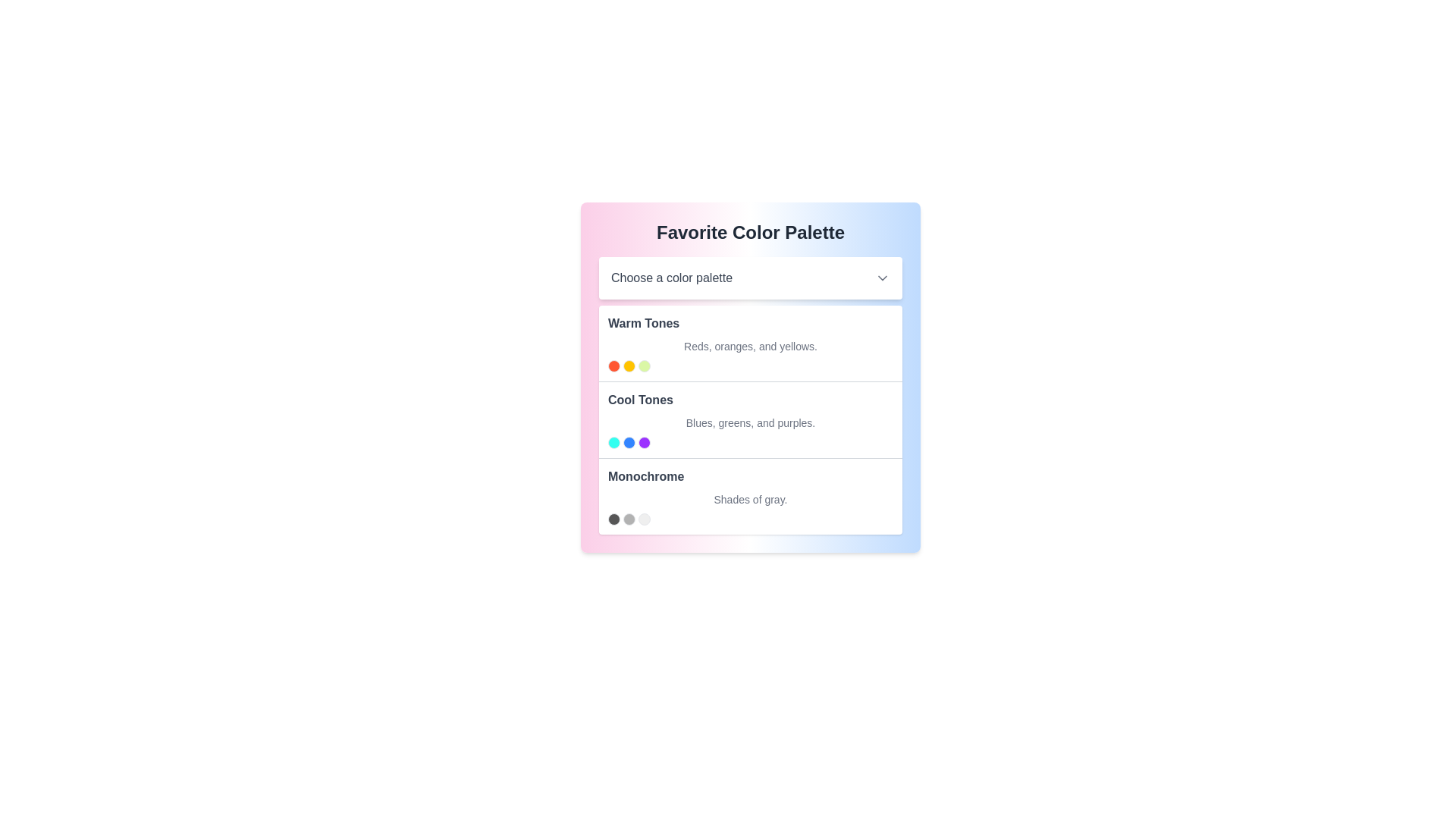  I want to click on the third selectable circle in the sequence of three small circles under the 'Monochrome' section, so click(644, 519).